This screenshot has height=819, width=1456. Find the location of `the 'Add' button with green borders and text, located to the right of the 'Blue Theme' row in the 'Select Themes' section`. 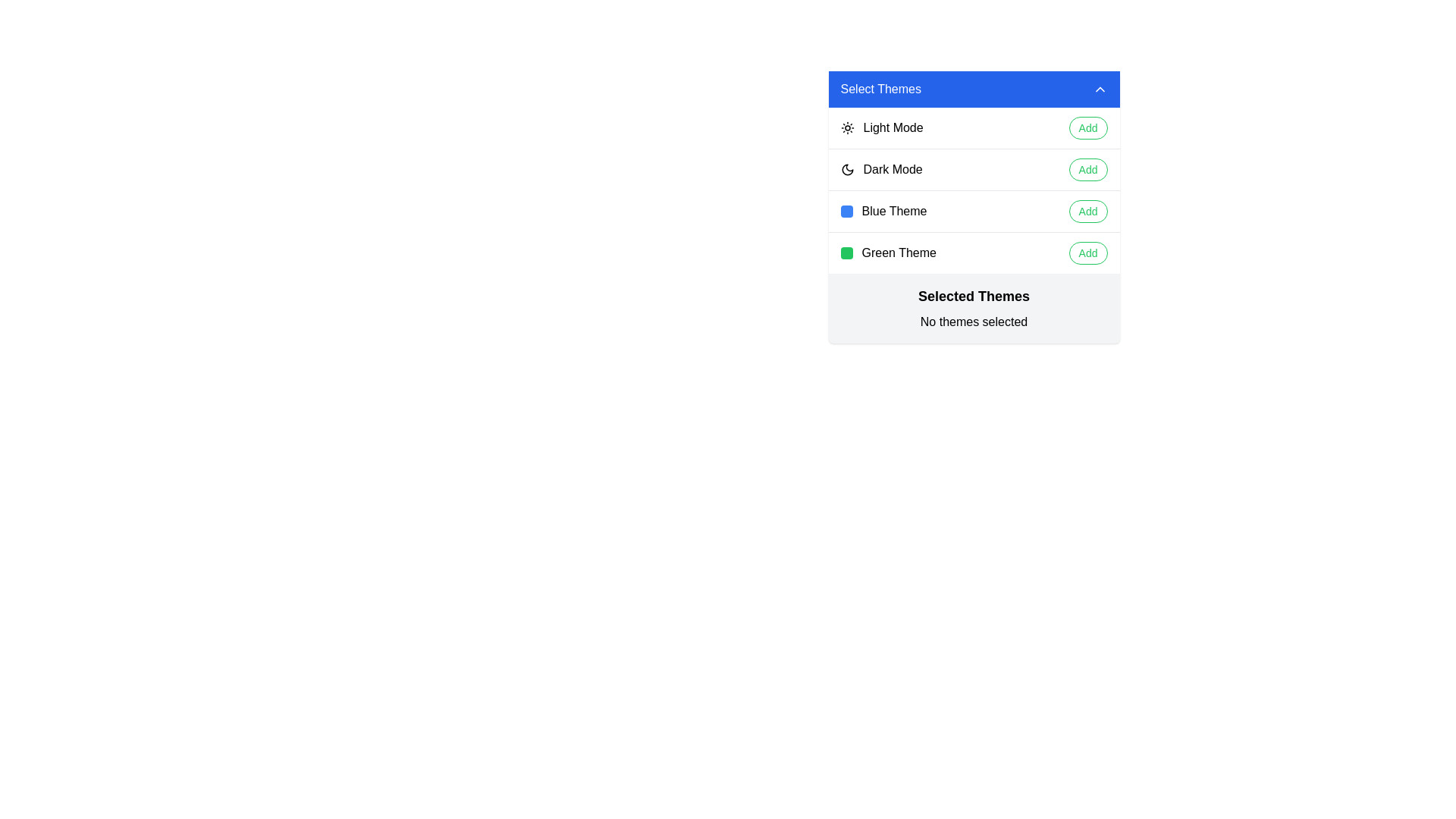

the 'Add' button with green borders and text, located to the right of the 'Blue Theme' row in the 'Select Themes' section is located at coordinates (1087, 211).